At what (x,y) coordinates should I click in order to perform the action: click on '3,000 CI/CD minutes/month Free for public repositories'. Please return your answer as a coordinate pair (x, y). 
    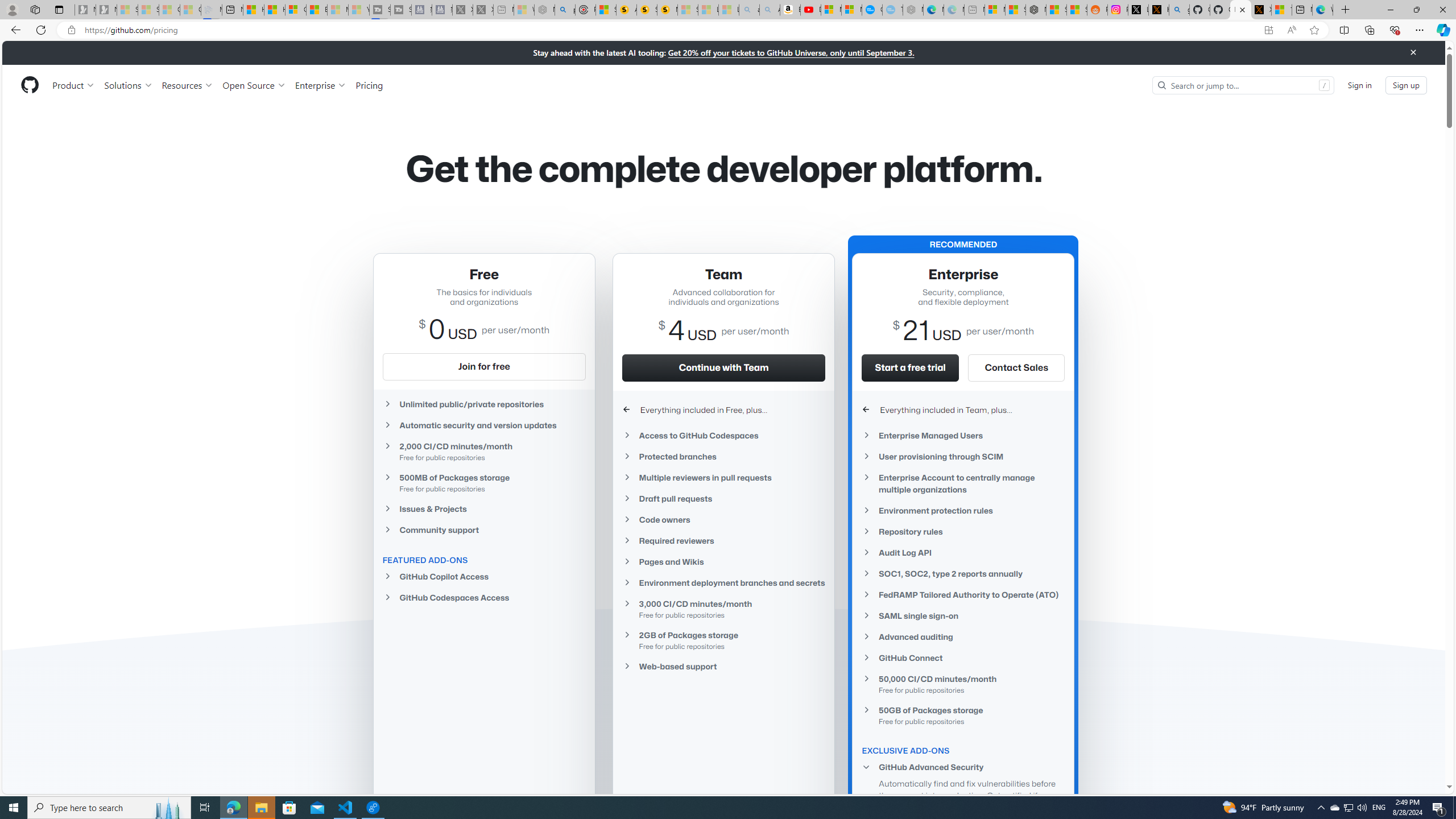
    Looking at the image, I should click on (723, 608).